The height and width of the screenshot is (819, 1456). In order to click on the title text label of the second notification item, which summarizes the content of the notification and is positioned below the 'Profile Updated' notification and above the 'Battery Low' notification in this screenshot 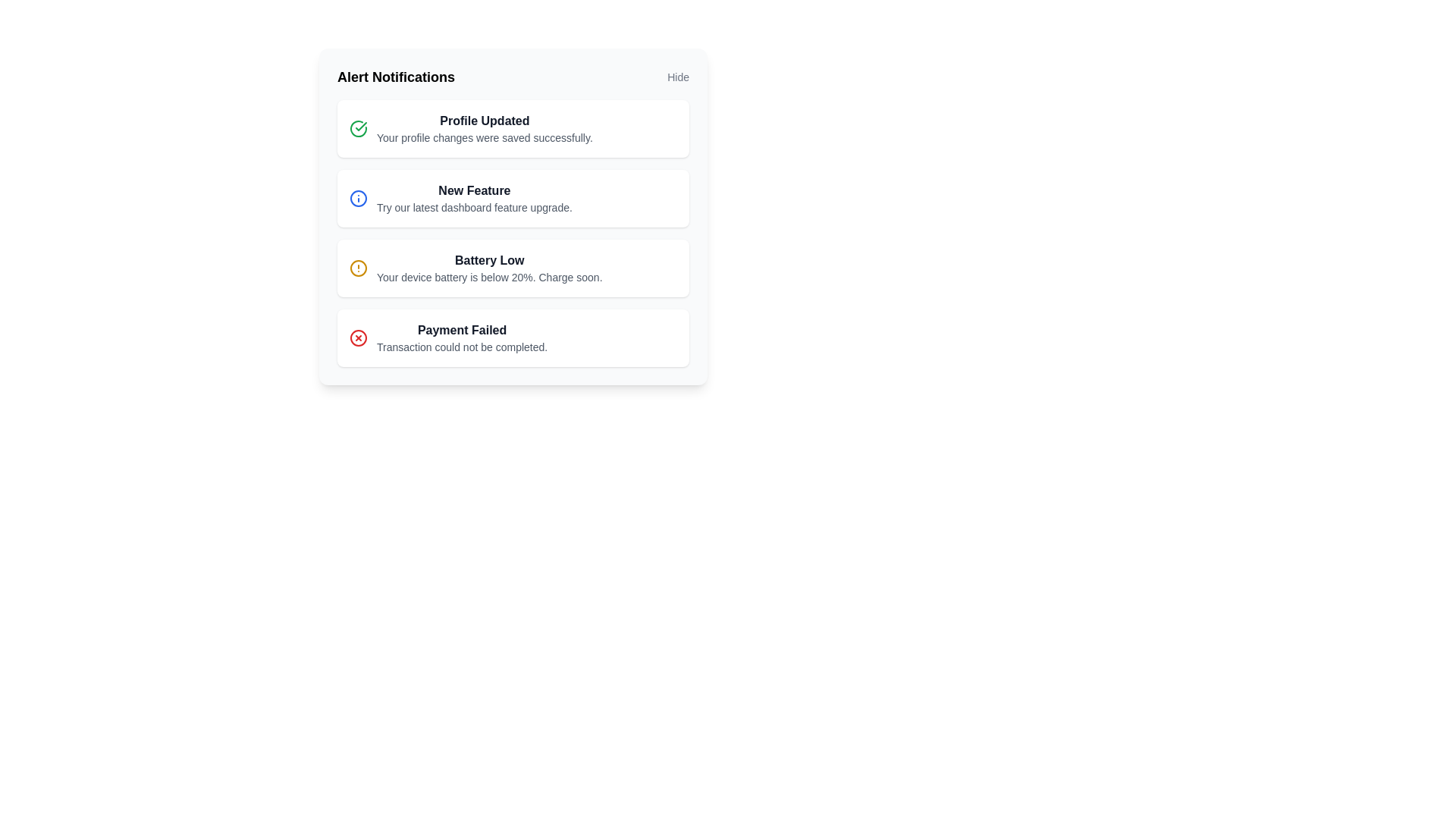, I will do `click(473, 190)`.